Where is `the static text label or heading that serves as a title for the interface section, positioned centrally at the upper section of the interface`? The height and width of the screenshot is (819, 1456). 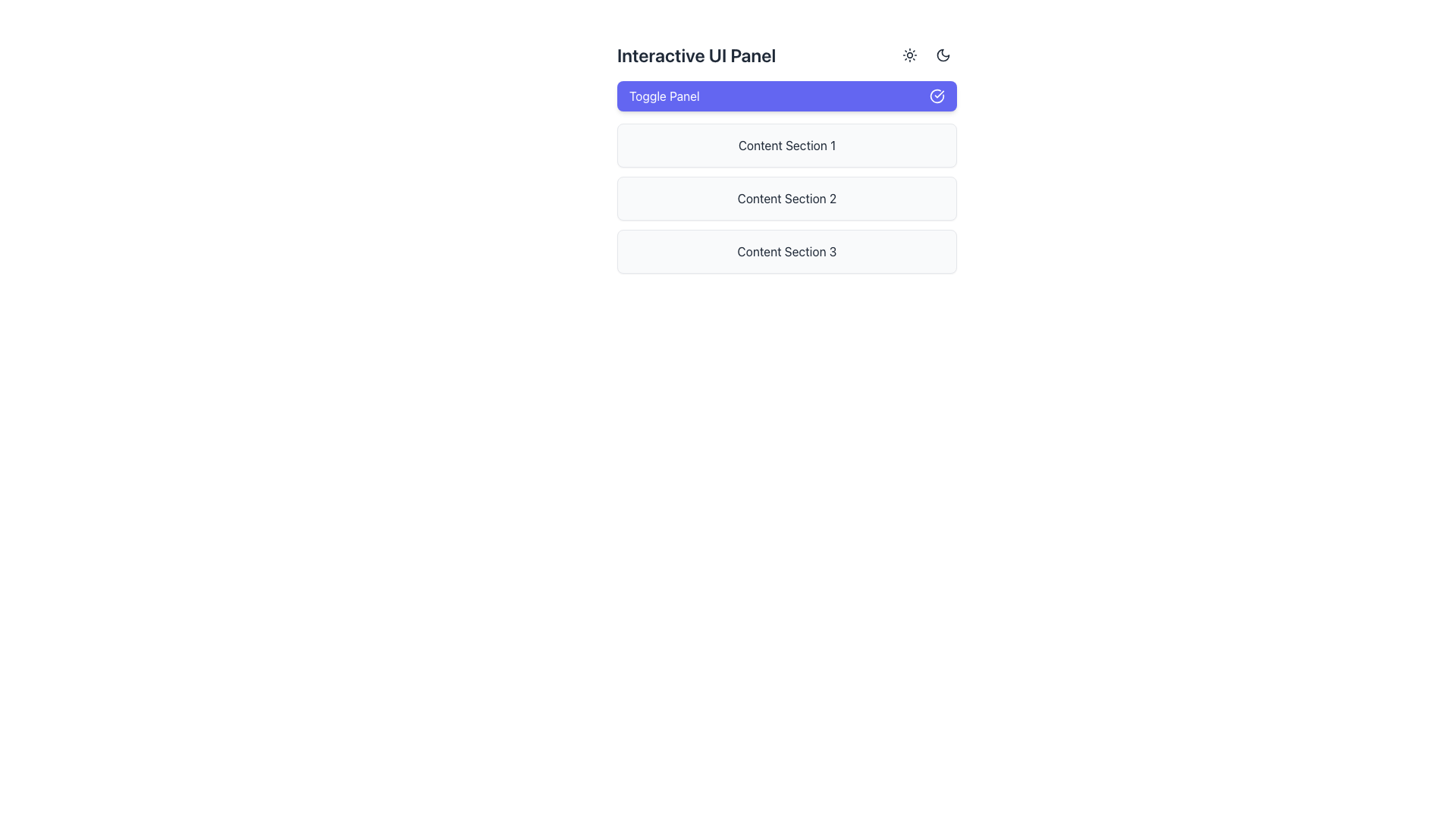
the static text label or heading that serves as a title for the interface section, positioned centrally at the upper section of the interface is located at coordinates (695, 55).